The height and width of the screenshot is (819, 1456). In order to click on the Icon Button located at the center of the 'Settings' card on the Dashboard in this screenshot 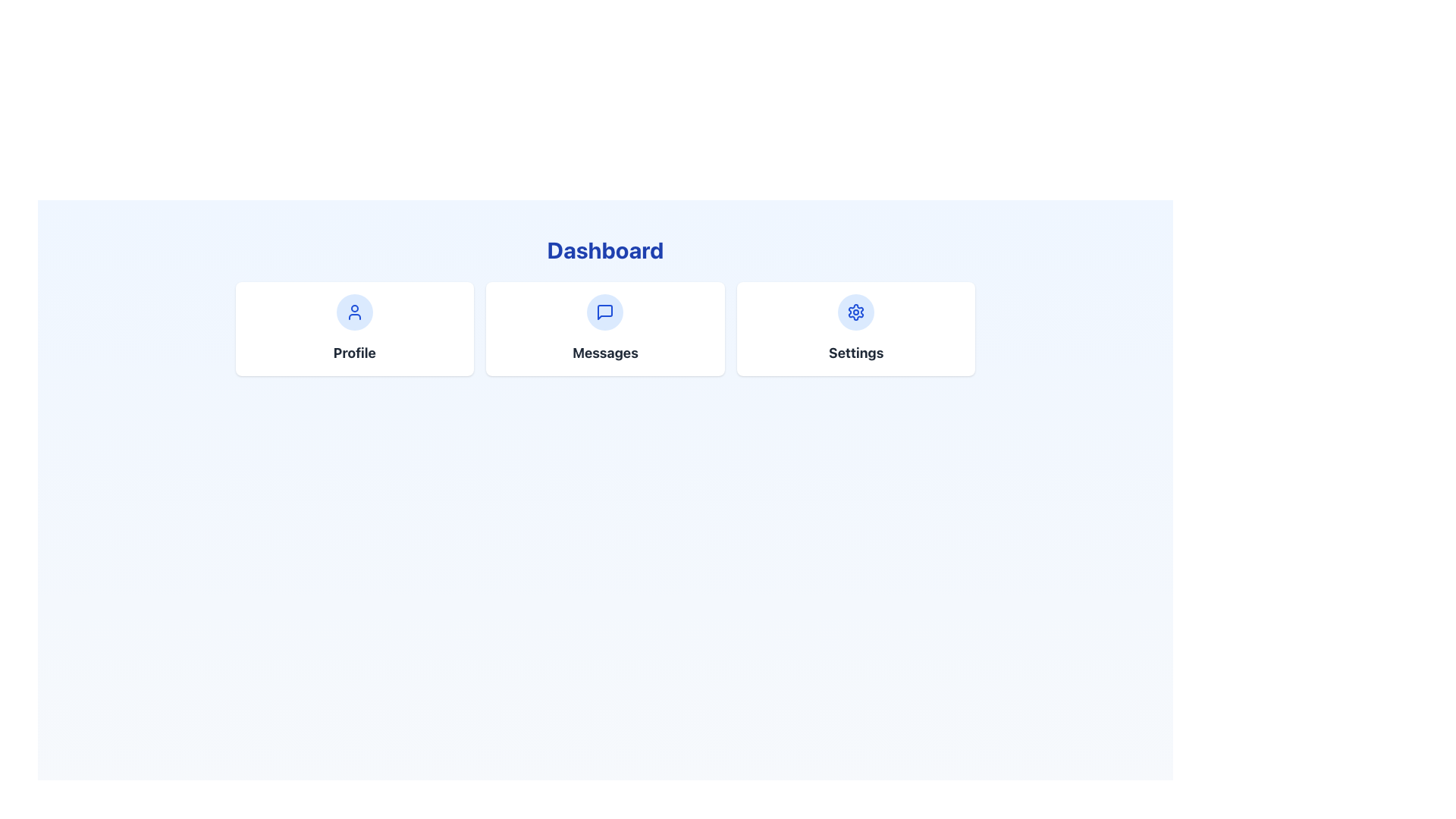, I will do `click(856, 312)`.